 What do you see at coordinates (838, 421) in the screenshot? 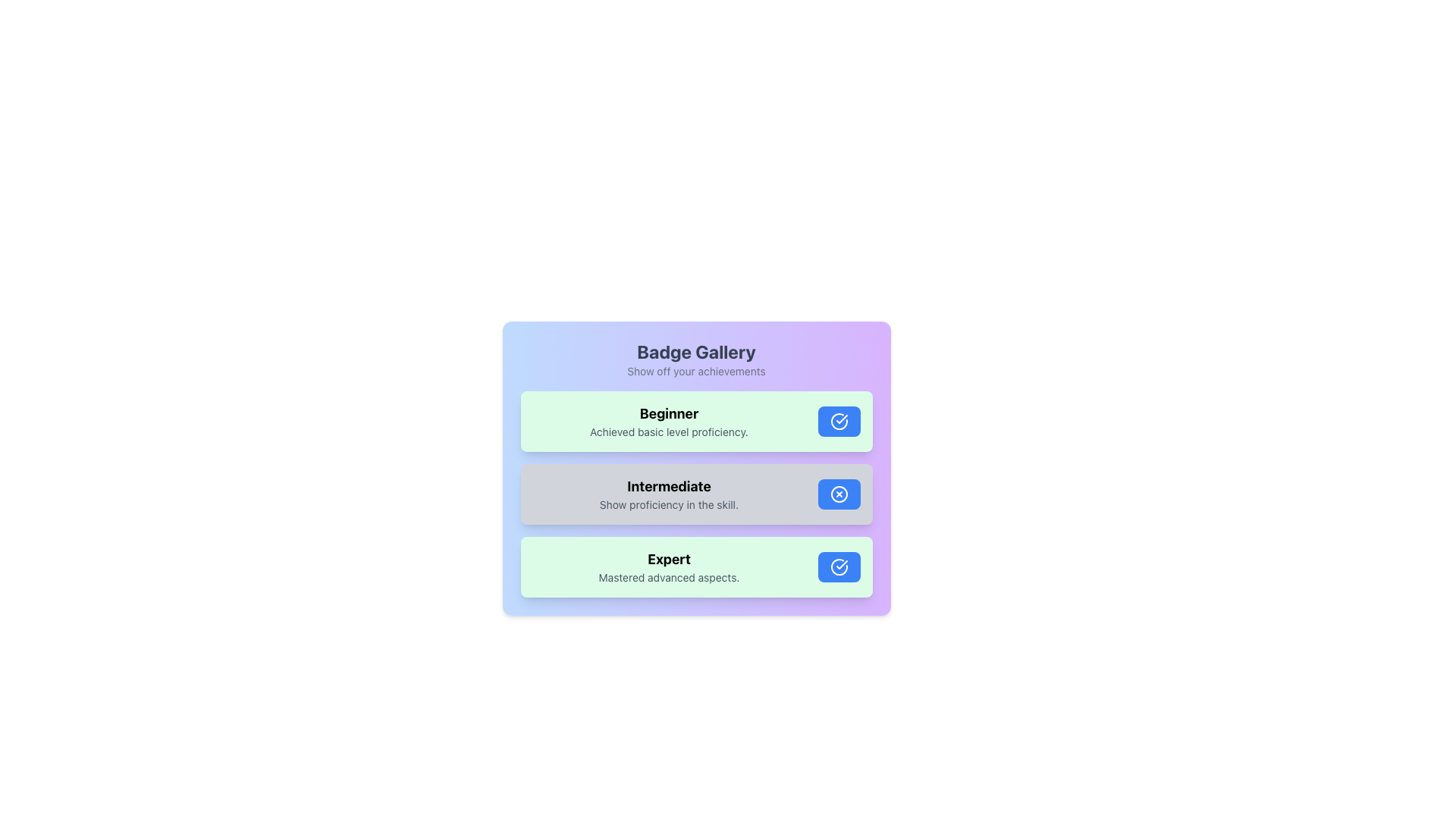
I see `the circular icon with a checkmark inside, which has a light blue background and a white border, to signify badge completion` at bounding box center [838, 421].